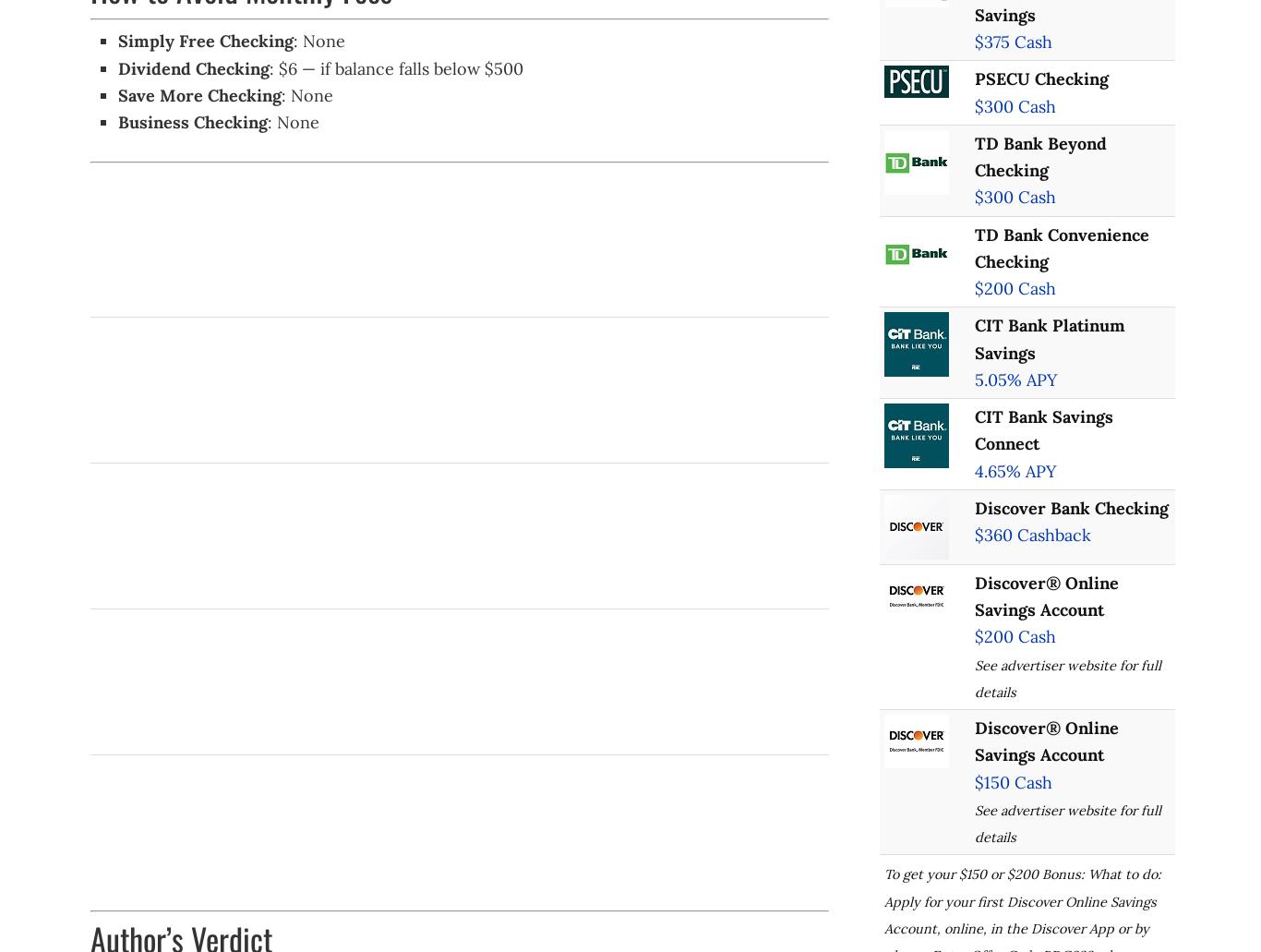 The height and width of the screenshot is (952, 1261). What do you see at coordinates (1030, 534) in the screenshot?
I see `'$360 Cashback'` at bounding box center [1030, 534].